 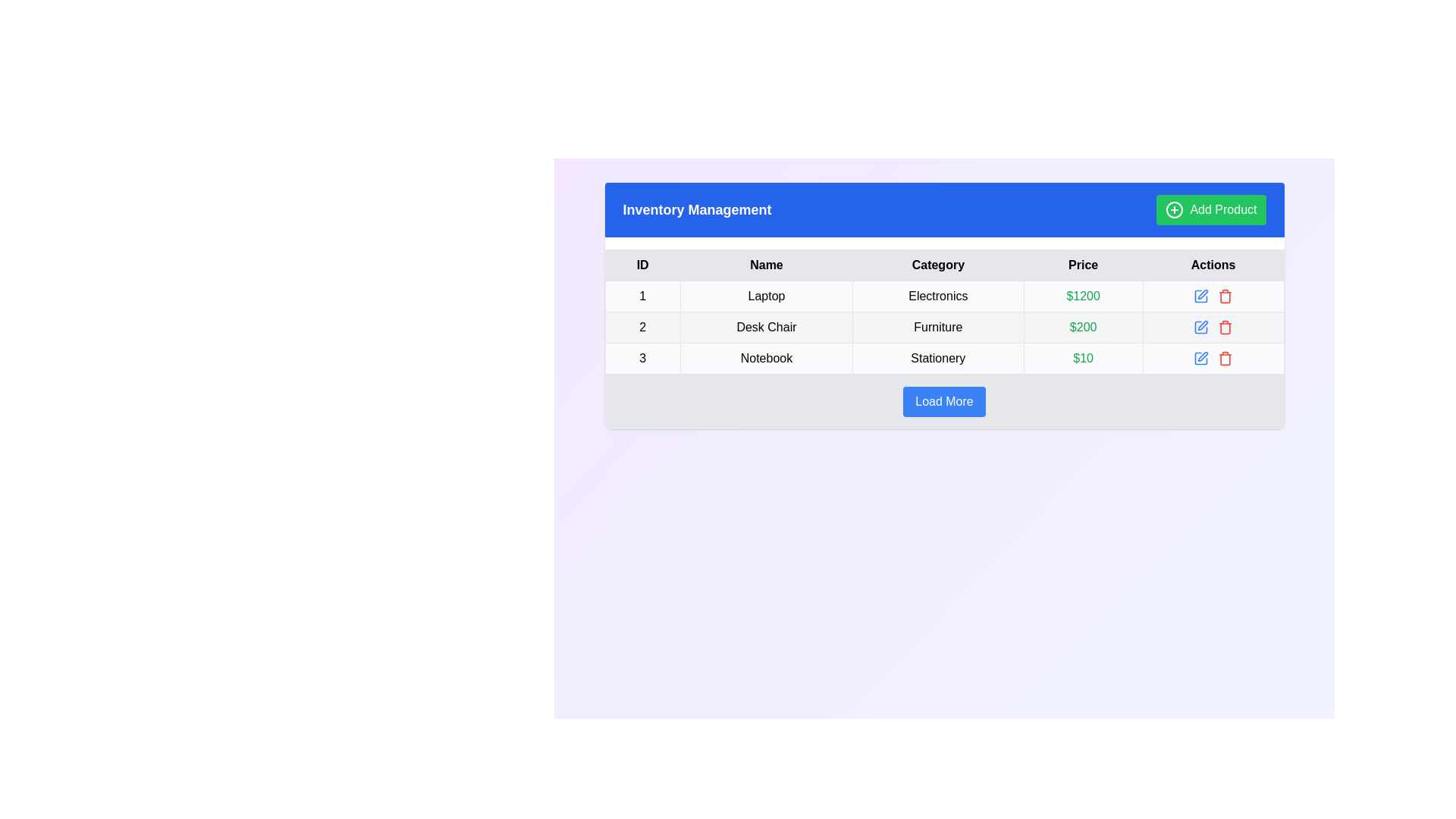 I want to click on the third column header of the table, which indicates category-related information, so click(x=937, y=265).